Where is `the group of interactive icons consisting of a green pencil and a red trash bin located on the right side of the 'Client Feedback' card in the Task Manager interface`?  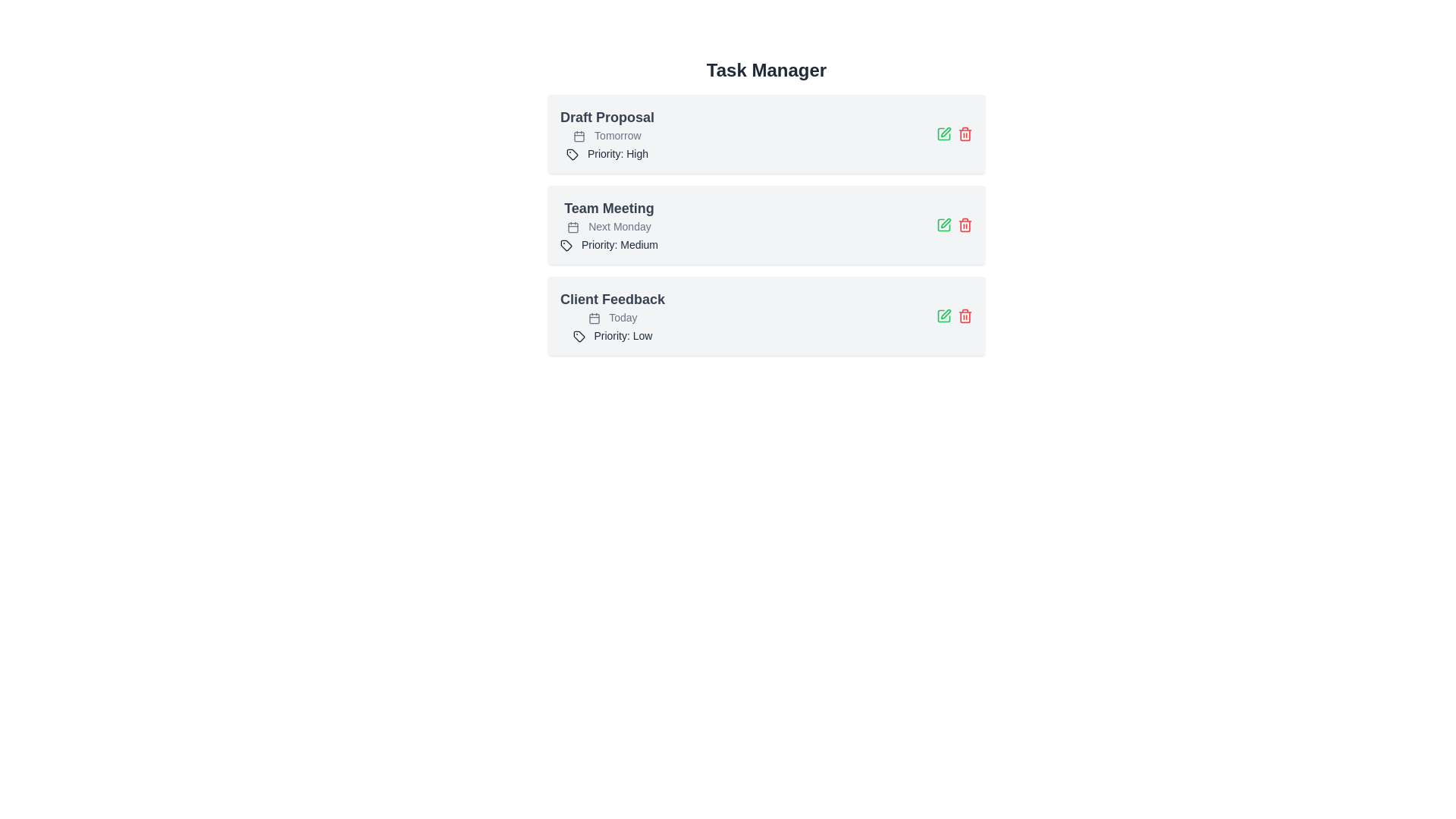 the group of interactive icons consisting of a green pencil and a red trash bin located on the right side of the 'Client Feedback' card in the Task Manager interface is located at coordinates (953, 315).